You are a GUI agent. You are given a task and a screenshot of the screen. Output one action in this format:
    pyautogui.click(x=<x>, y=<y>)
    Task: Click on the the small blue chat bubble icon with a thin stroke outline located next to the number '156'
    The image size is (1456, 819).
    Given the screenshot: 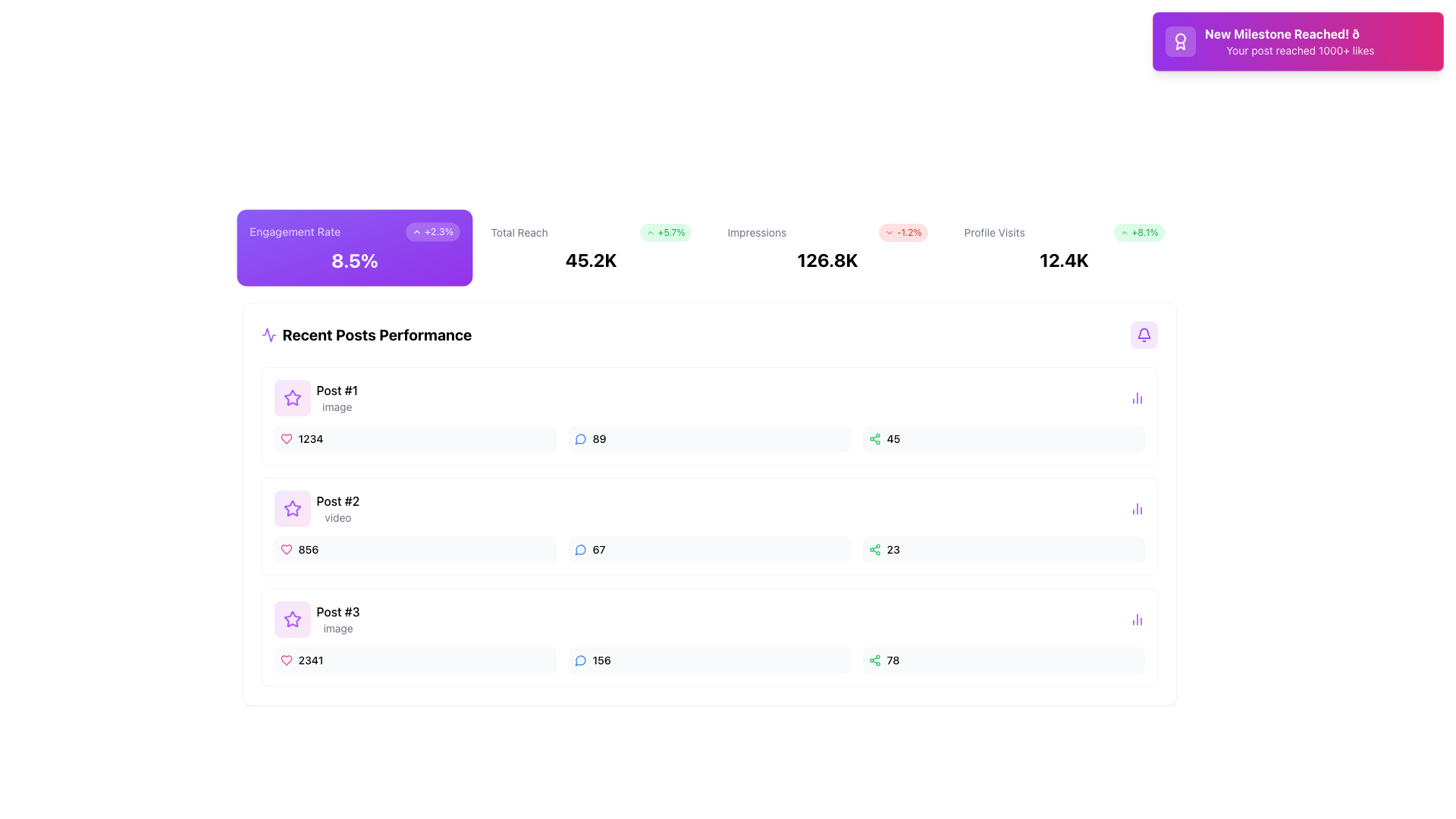 What is the action you would take?
    pyautogui.click(x=579, y=660)
    